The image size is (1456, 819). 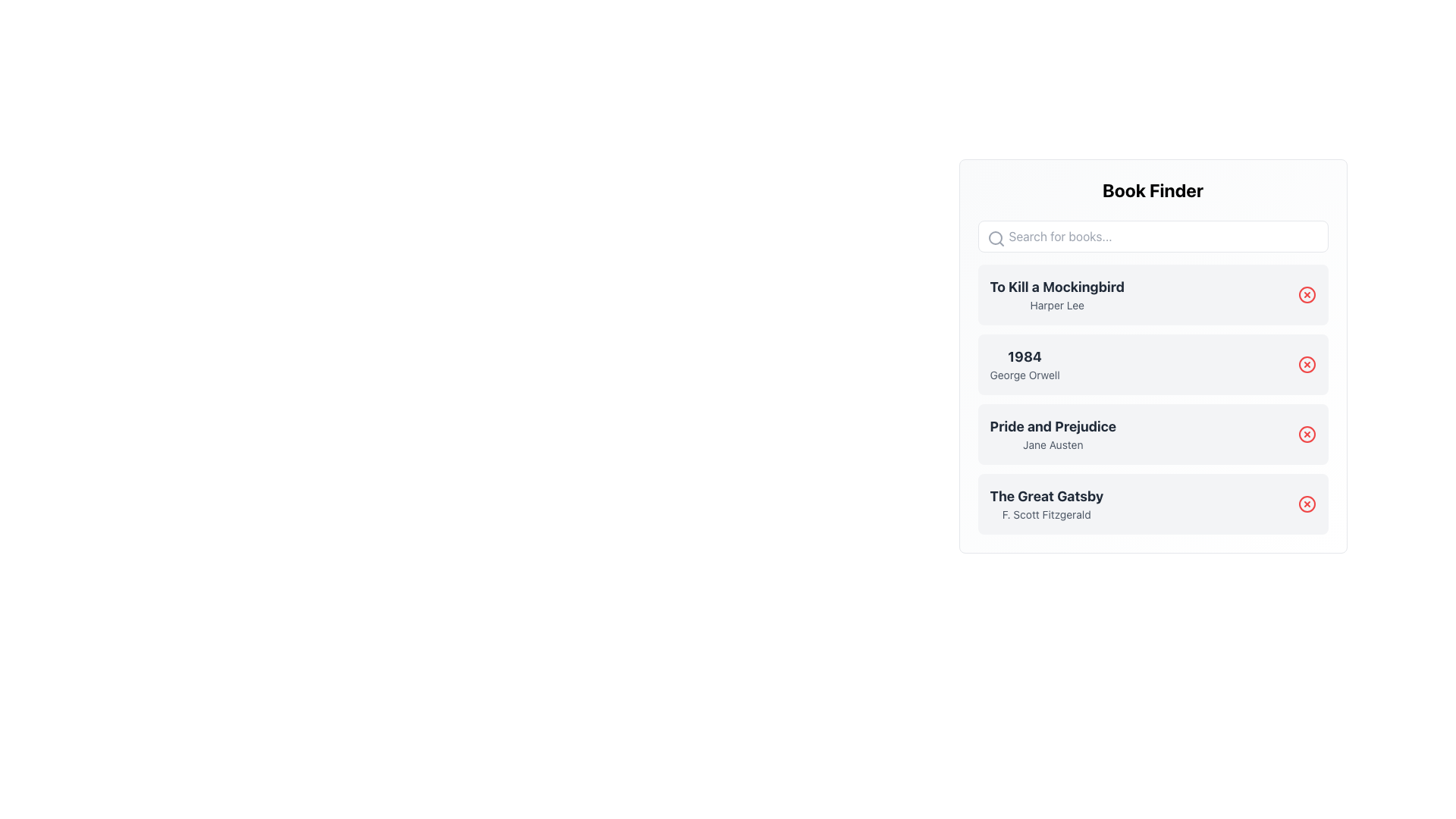 What do you see at coordinates (1306, 504) in the screenshot?
I see `the Icon button with a circular outline and X-mark located at the far right of the list item 'The Great Gatsby' by F. Scott Fitzgerald to trigger additional visual feedback` at bounding box center [1306, 504].